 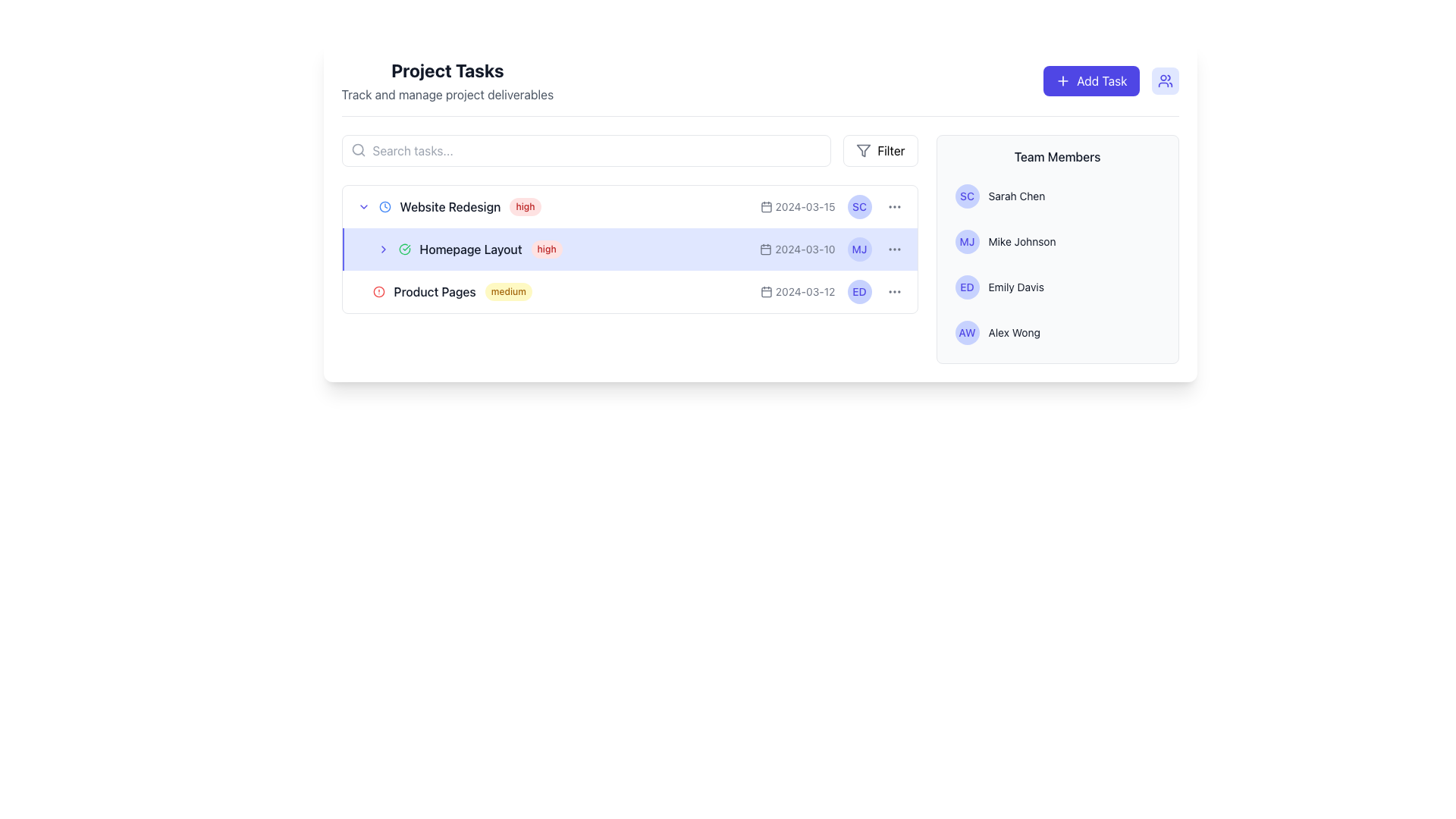 I want to click on text label 'Sarah Chen' located in the 'Team Members' section, styled in small gray font and adjacent to the 'SC' circular icon, so click(x=1016, y=195).